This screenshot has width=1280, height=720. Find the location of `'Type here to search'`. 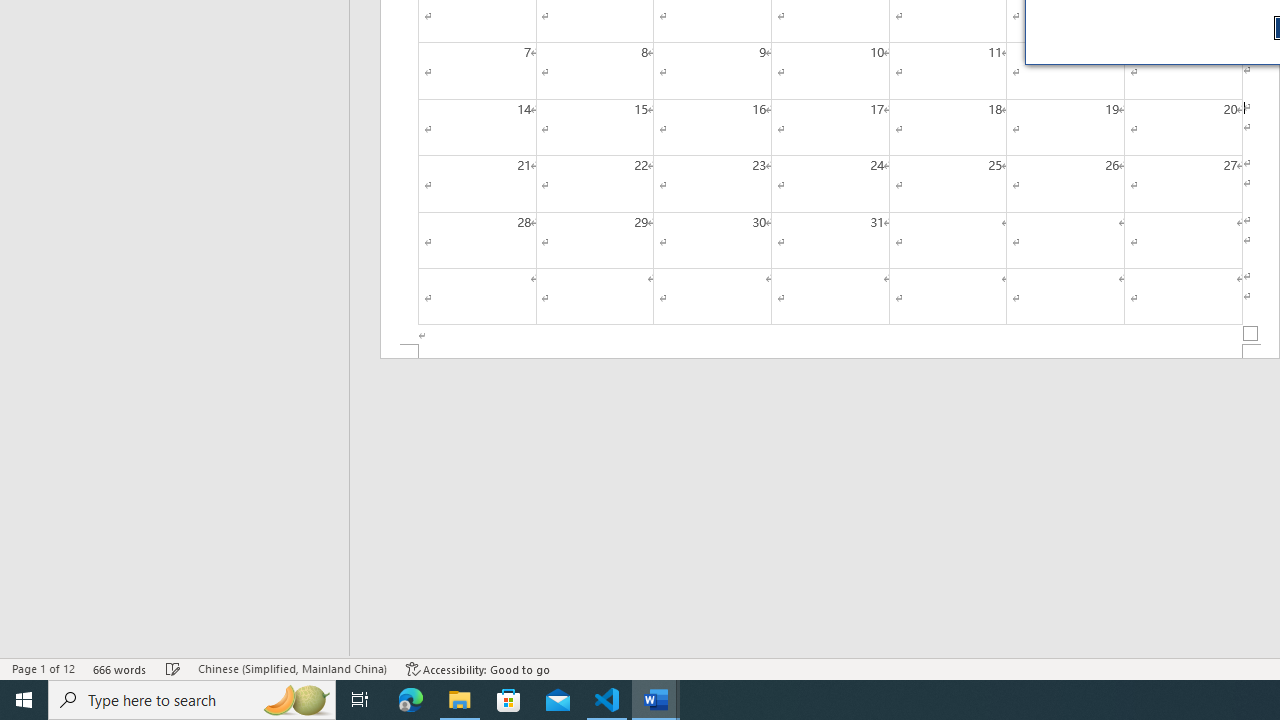

'Type here to search' is located at coordinates (192, 698).